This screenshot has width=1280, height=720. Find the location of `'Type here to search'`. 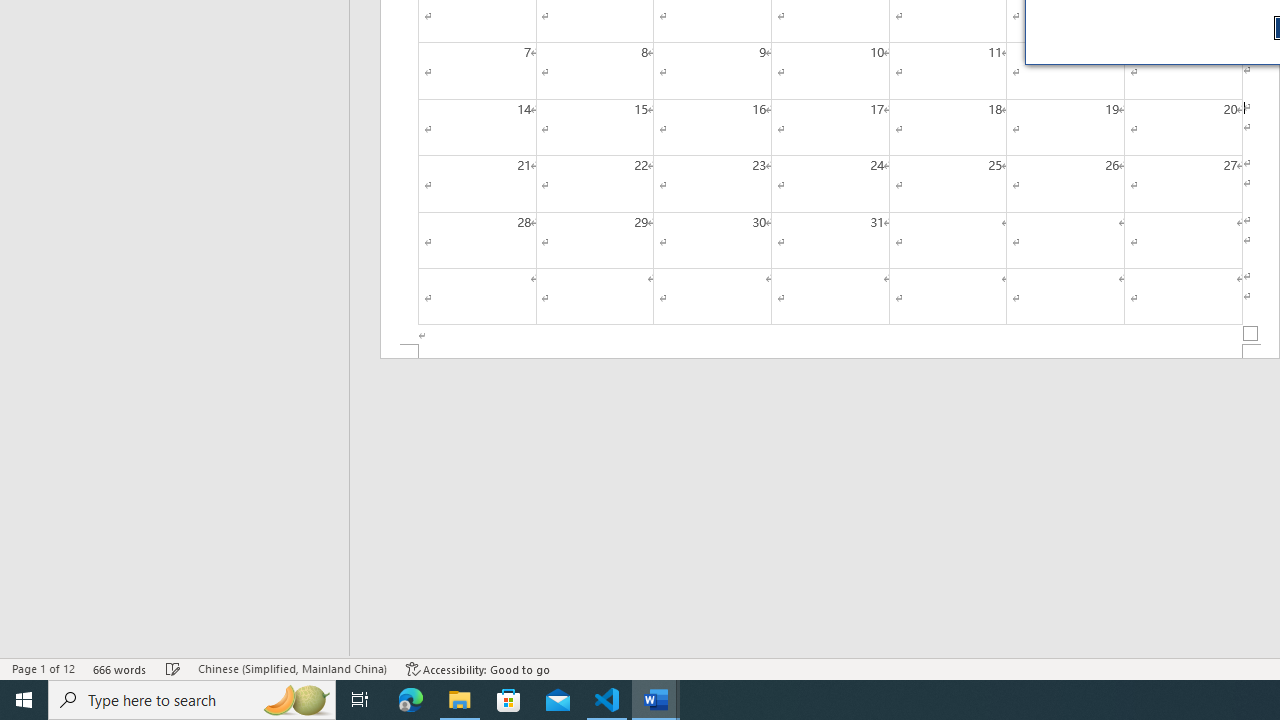

'Type here to search' is located at coordinates (192, 698).